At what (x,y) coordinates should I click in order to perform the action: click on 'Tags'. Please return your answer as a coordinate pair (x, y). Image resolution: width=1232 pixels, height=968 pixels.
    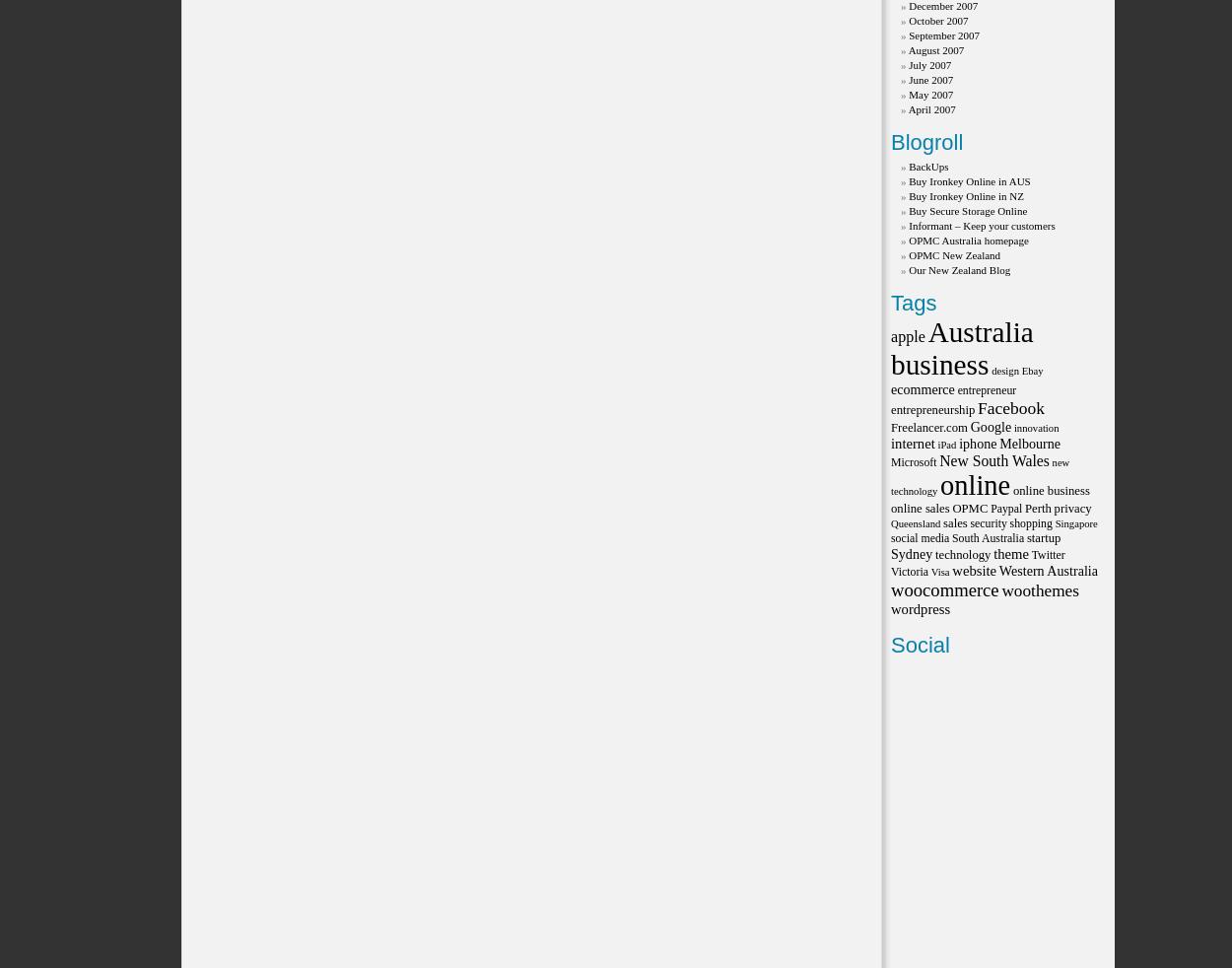
    Looking at the image, I should click on (914, 303).